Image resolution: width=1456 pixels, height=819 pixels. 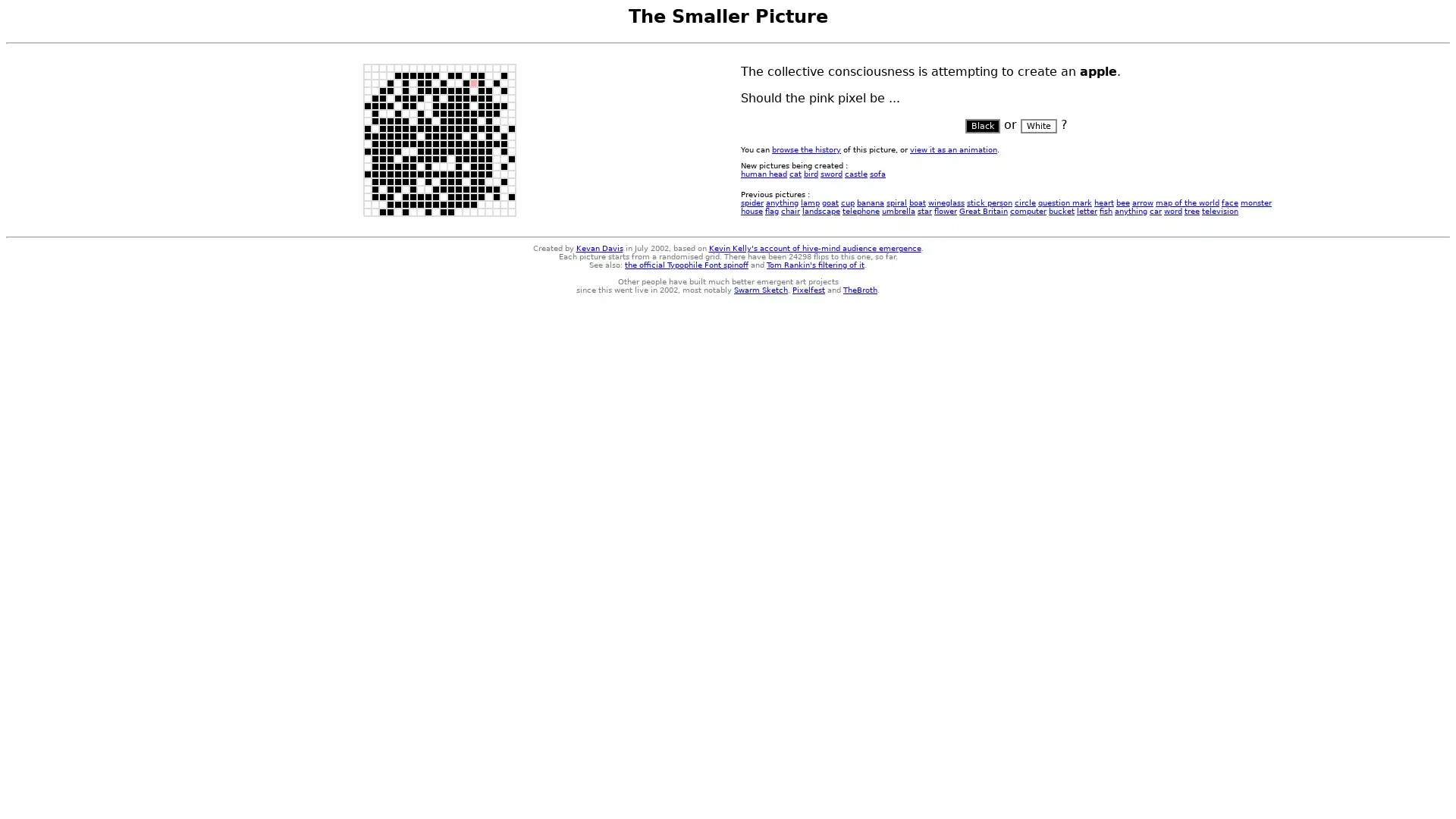 I want to click on Black, so click(x=982, y=125).